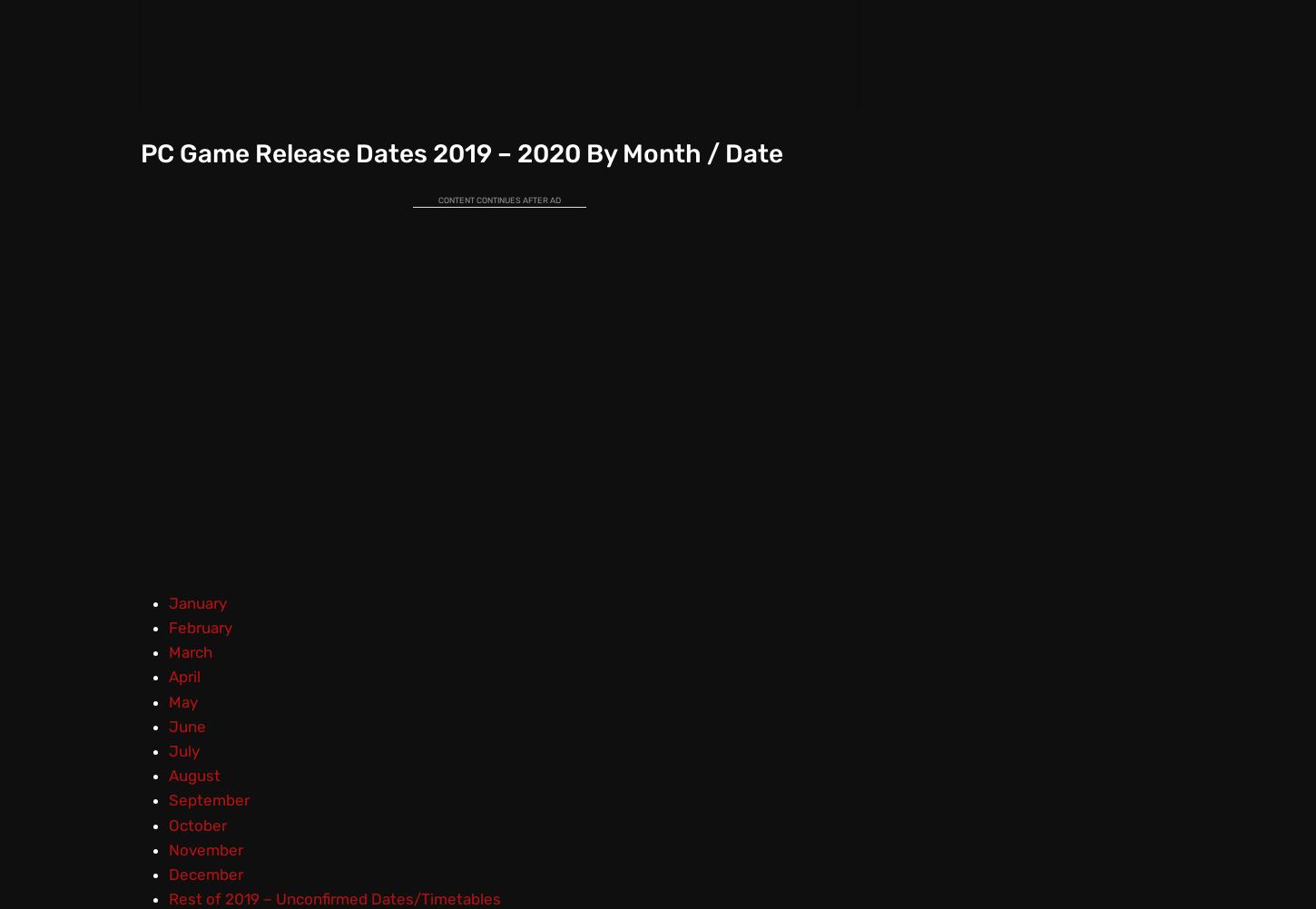 This screenshot has width=1316, height=909. What do you see at coordinates (204, 873) in the screenshot?
I see `'December'` at bounding box center [204, 873].